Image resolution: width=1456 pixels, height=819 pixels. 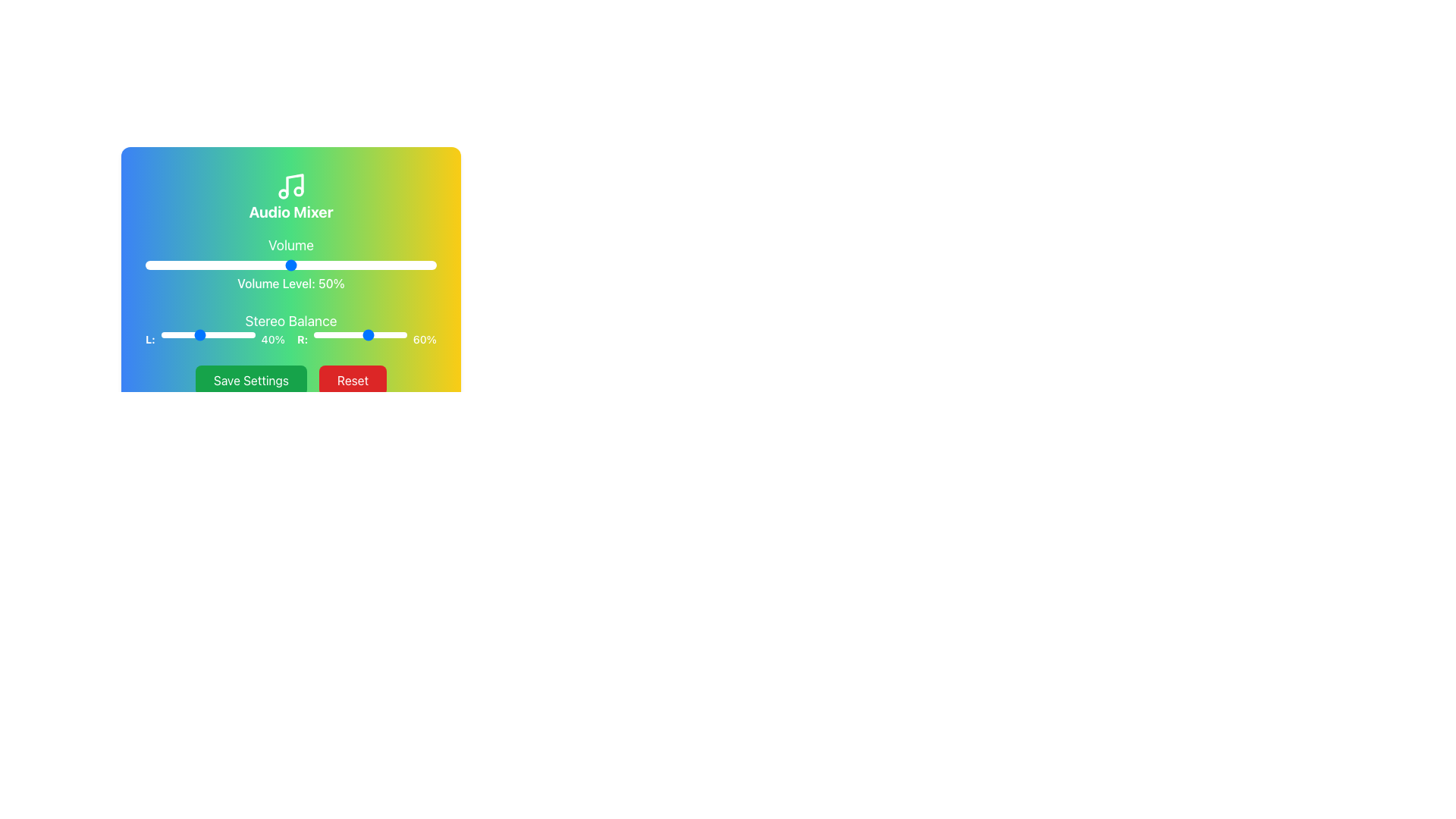 I want to click on the small circular shape representing a dot or marker, located near the bottom-right area of the musical note icon within the SVG graphic, so click(x=298, y=190).